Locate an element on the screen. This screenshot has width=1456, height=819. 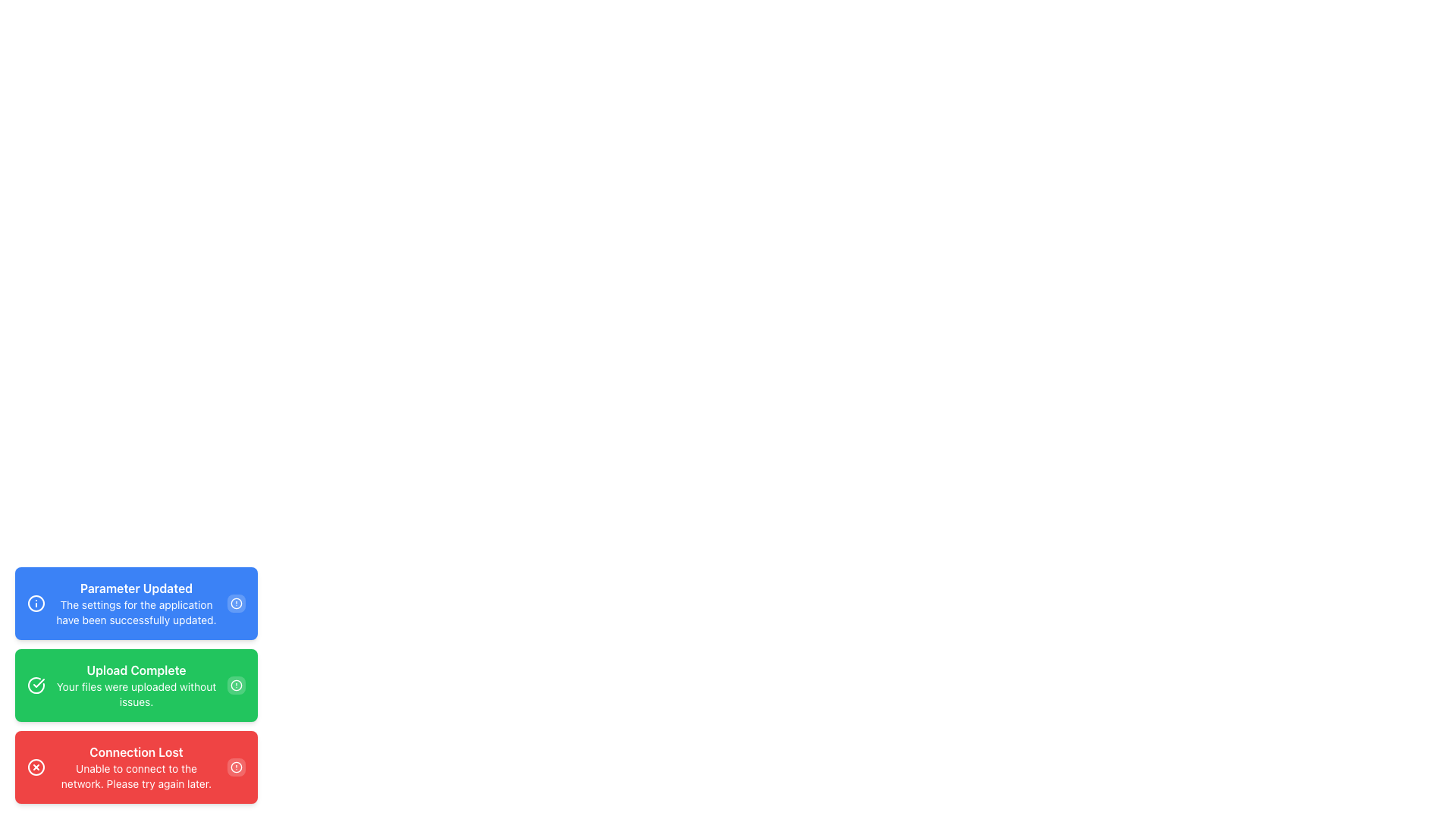
the text element displaying 'Your files were uploaded without issues.' which is styled with a green background and positioned under the header 'Upload Complete' is located at coordinates (136, 694).